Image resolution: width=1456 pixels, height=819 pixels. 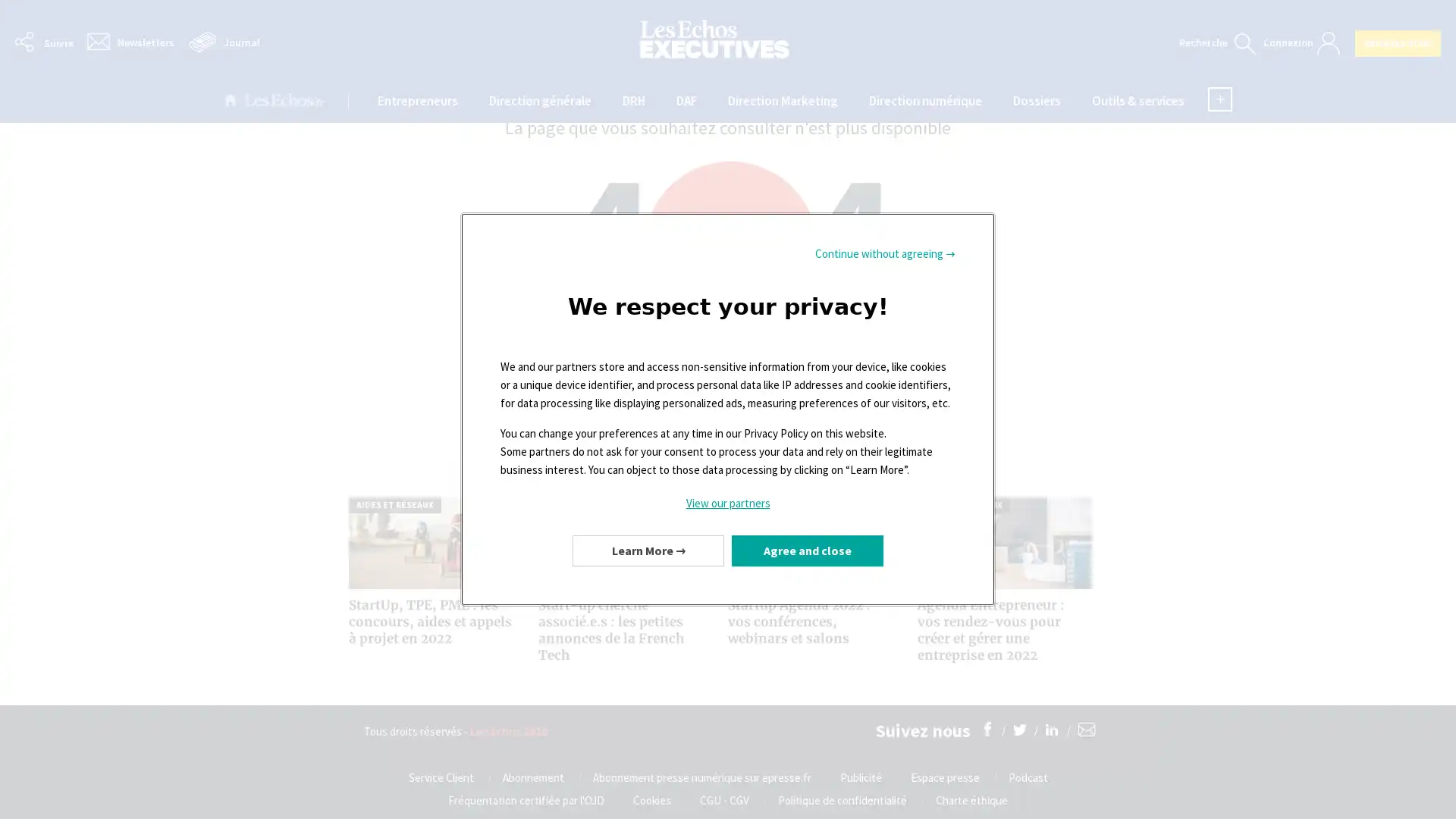 I want to click on Configure your consents, so click(x=648, y=550).